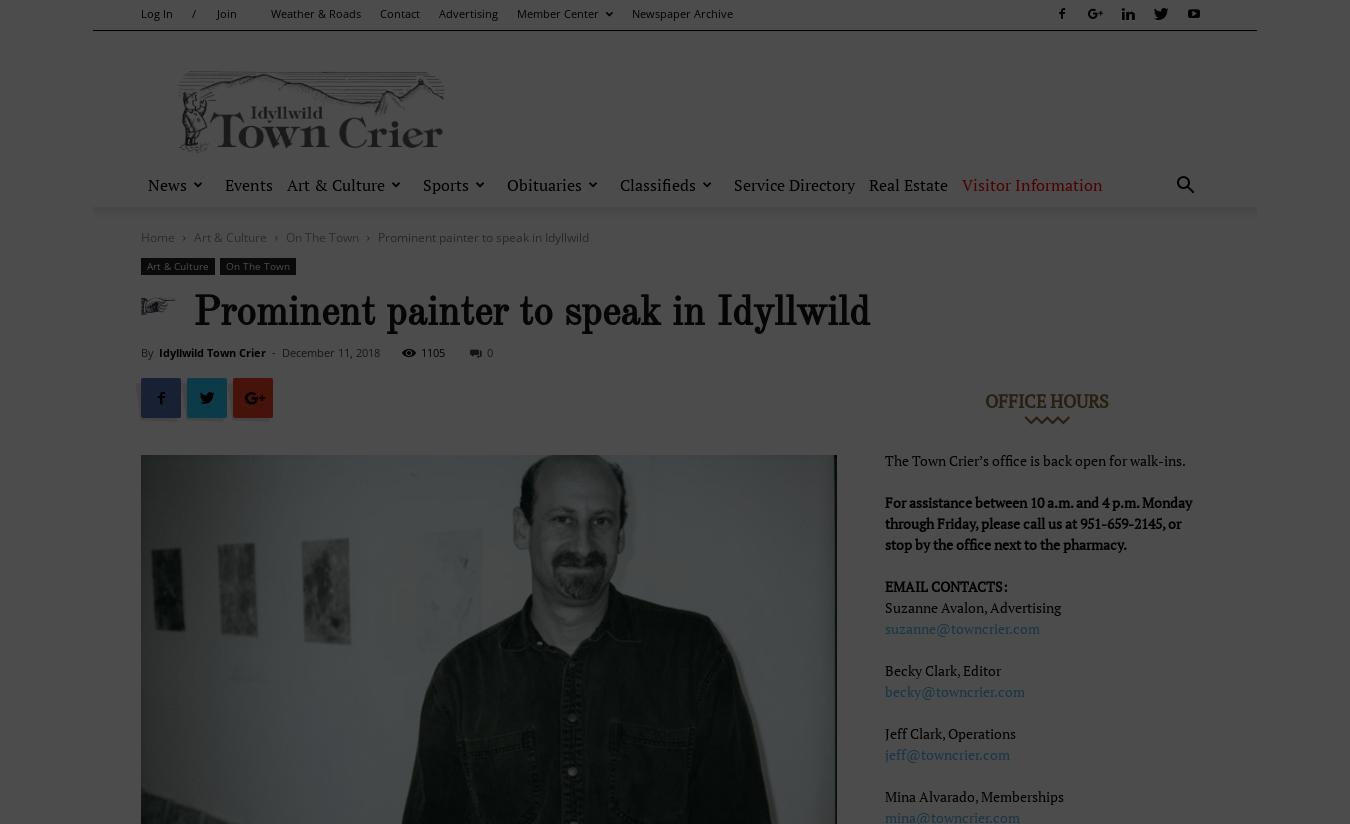  I want to click on 'December 11, 2018', so click(330, 351).